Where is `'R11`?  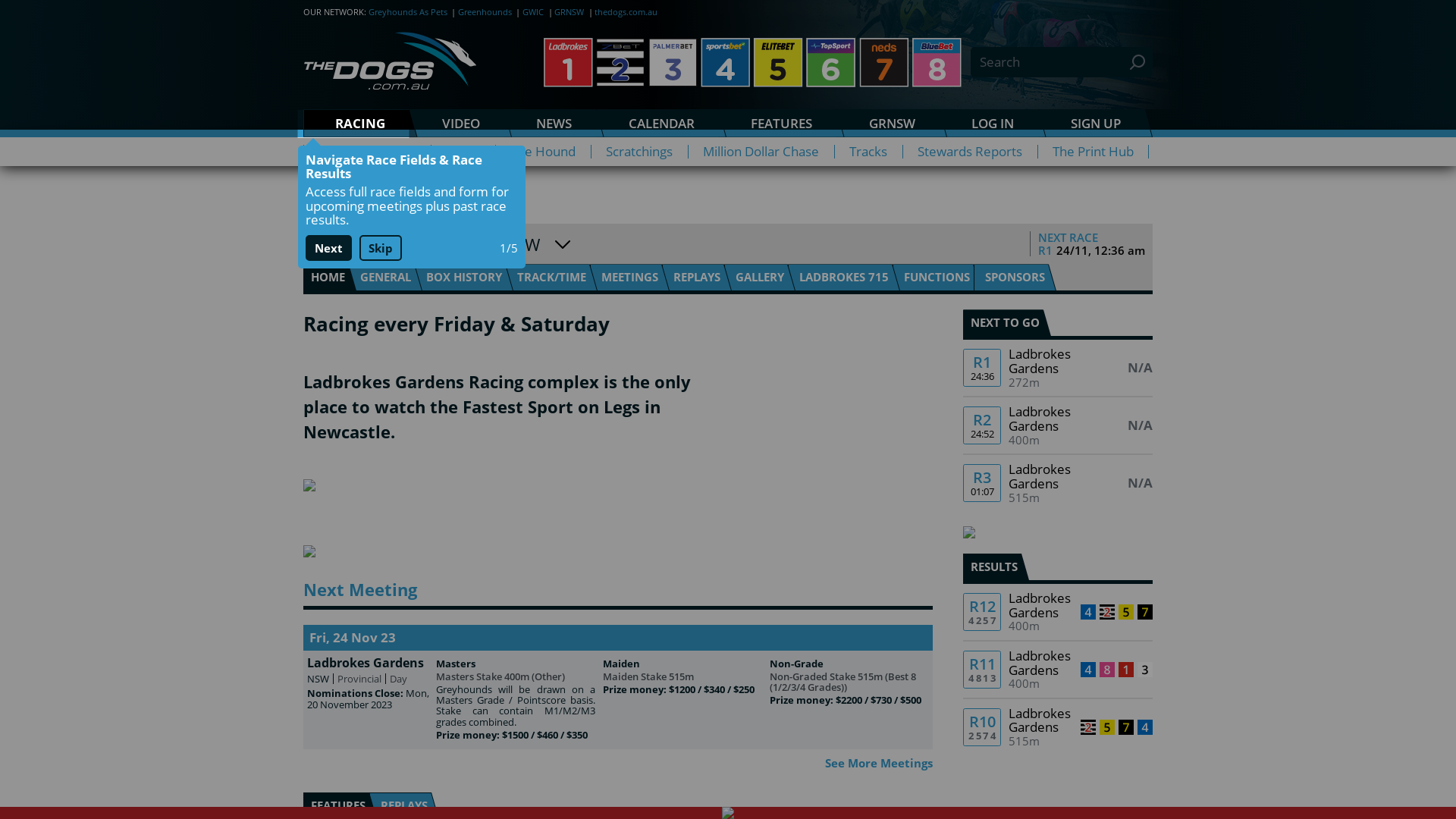 'R11 is located at coordinates (1057, 669).